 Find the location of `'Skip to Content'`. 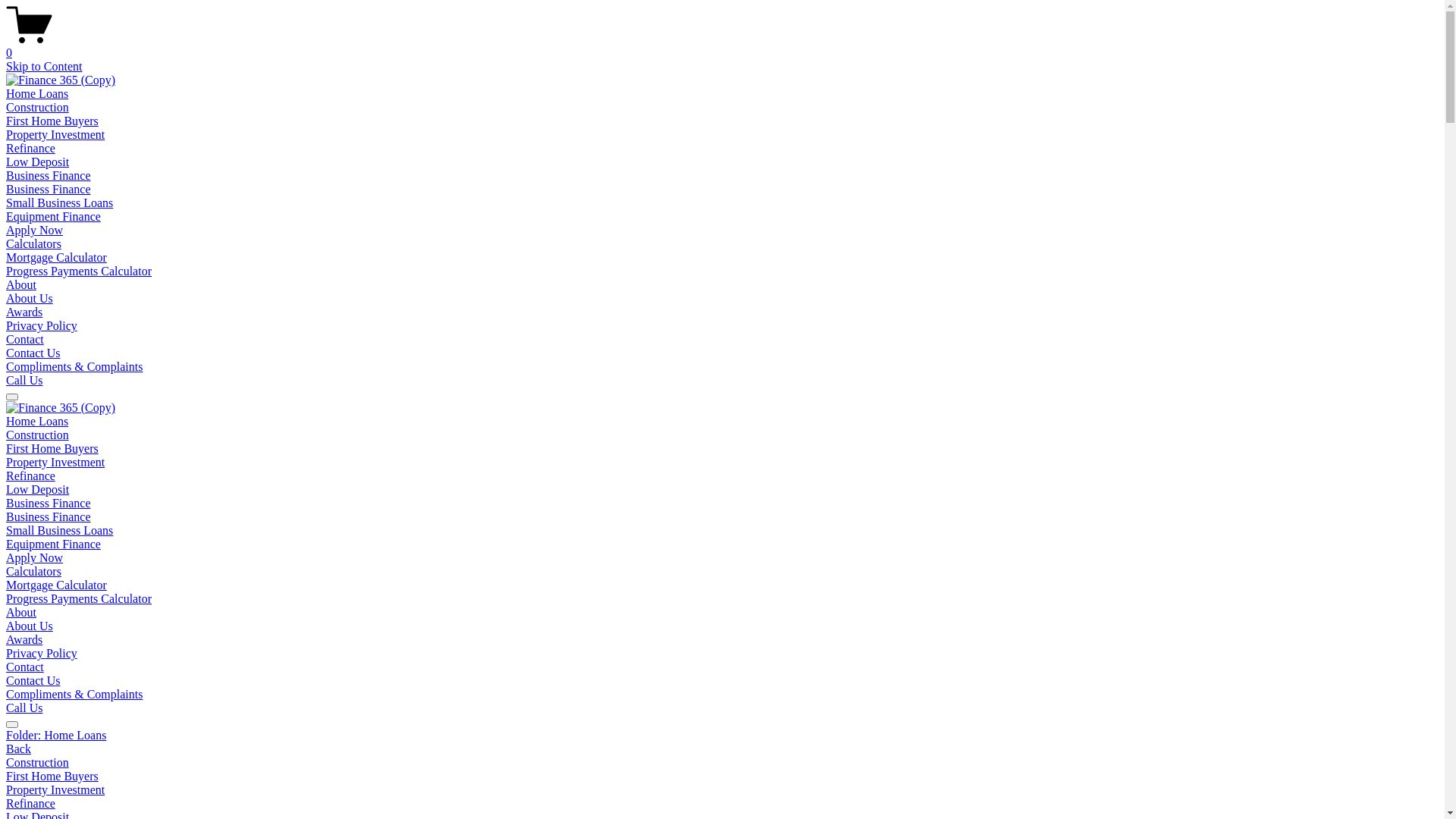

'Skip to Content' is located at coordinates (43, 65).